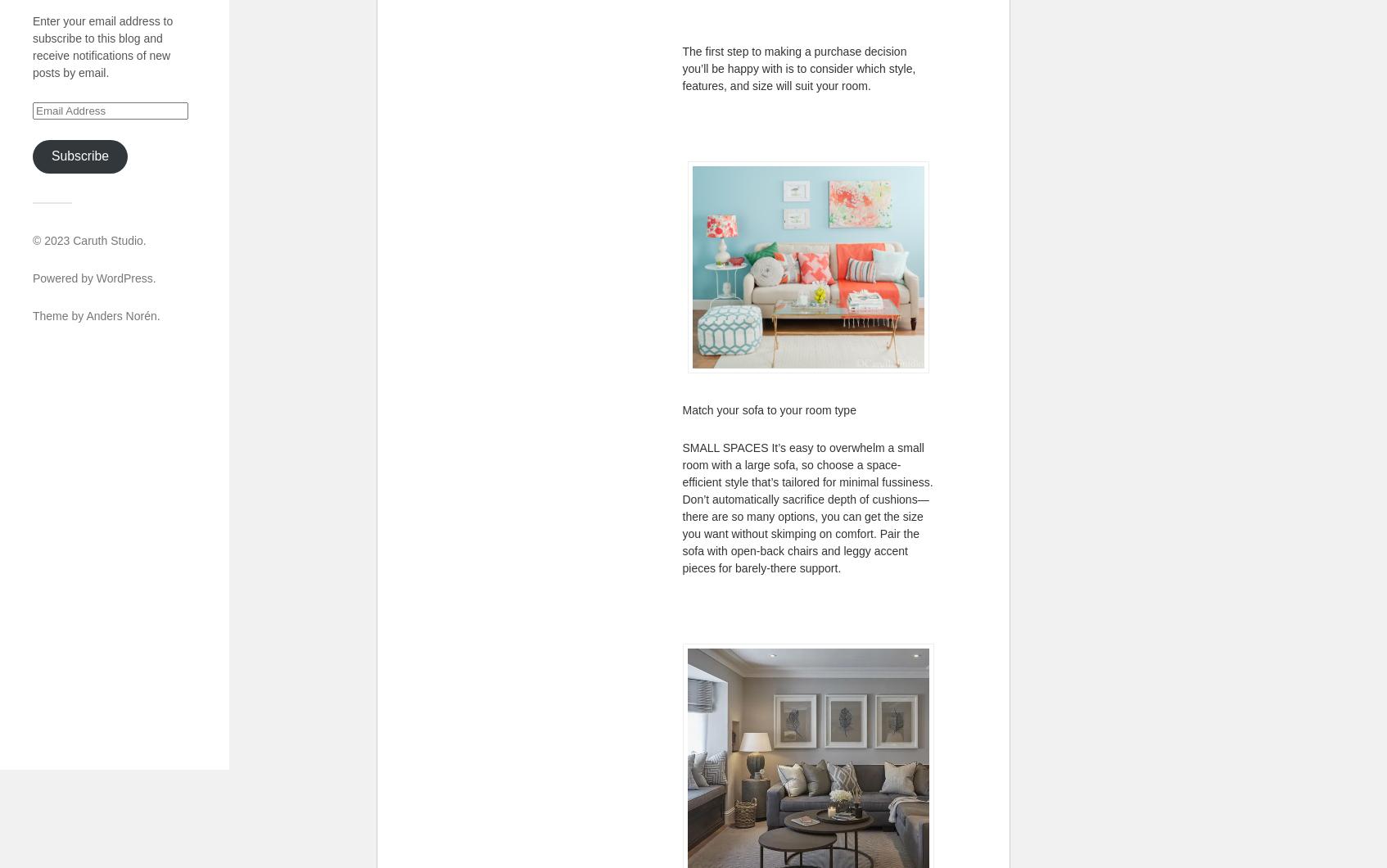 The image size is (1387, 868). What do you see at coordinates (96, 277) in the screenshot?
I see `'WordPress'` at bounding box center [96, 277].